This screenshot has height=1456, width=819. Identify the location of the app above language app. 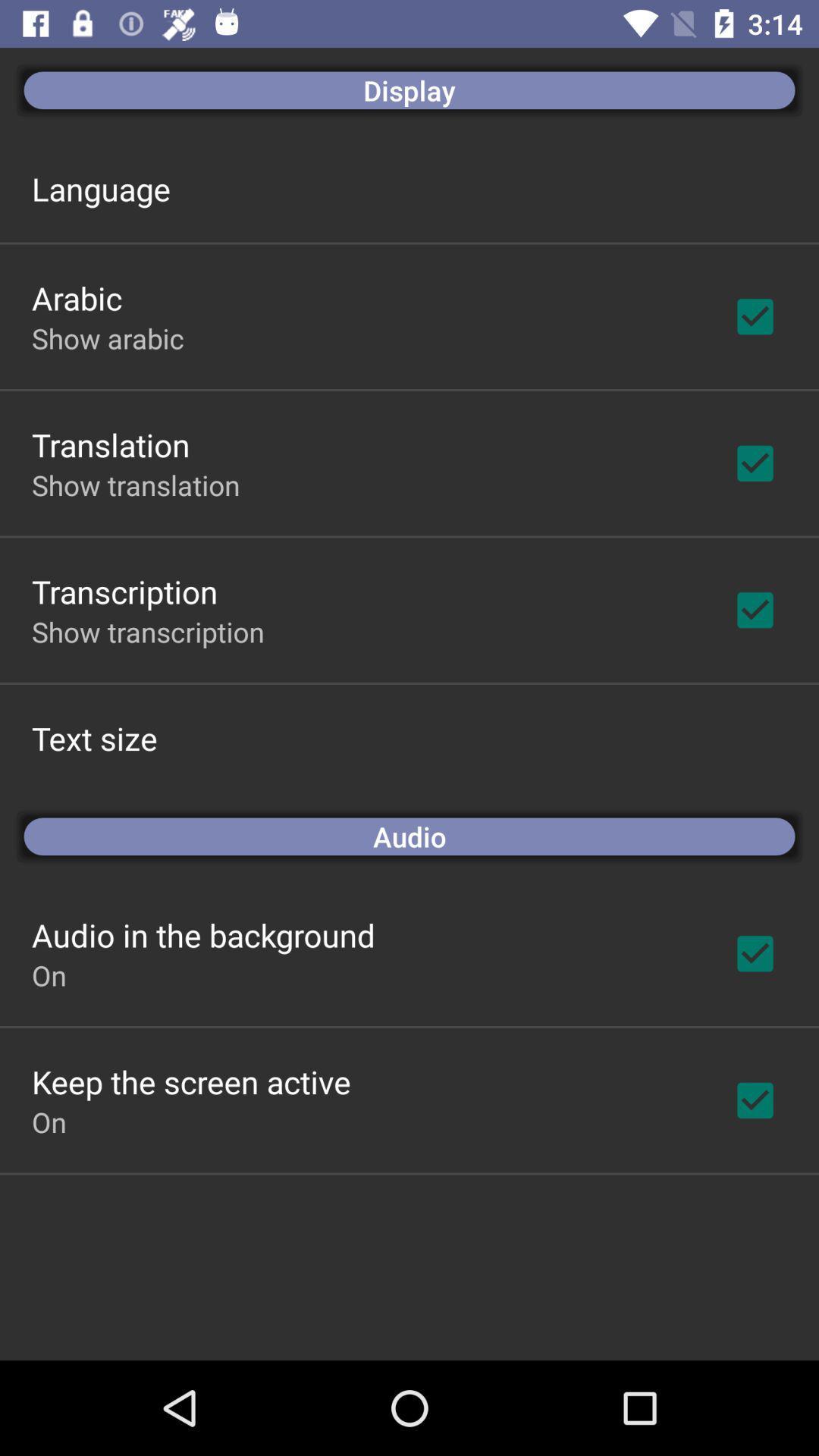
(409, 89).